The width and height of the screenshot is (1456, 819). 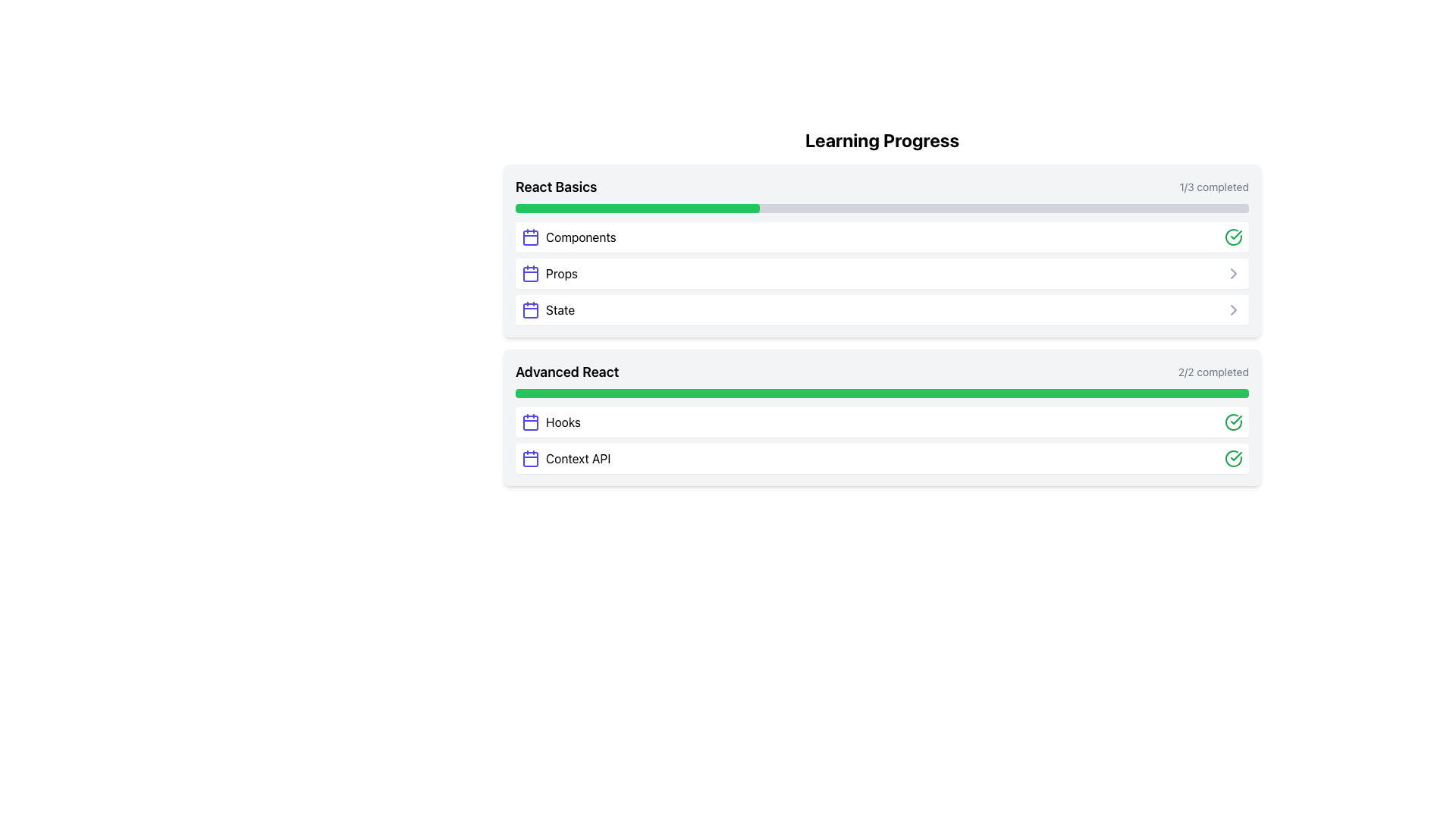 I want to click on the progress indication on the progress bar located within the 'Advanced React' section, which is the third item, situated between '2/2 completed' and the 'Hooks and Context API' section, so click(x=882, y=393).